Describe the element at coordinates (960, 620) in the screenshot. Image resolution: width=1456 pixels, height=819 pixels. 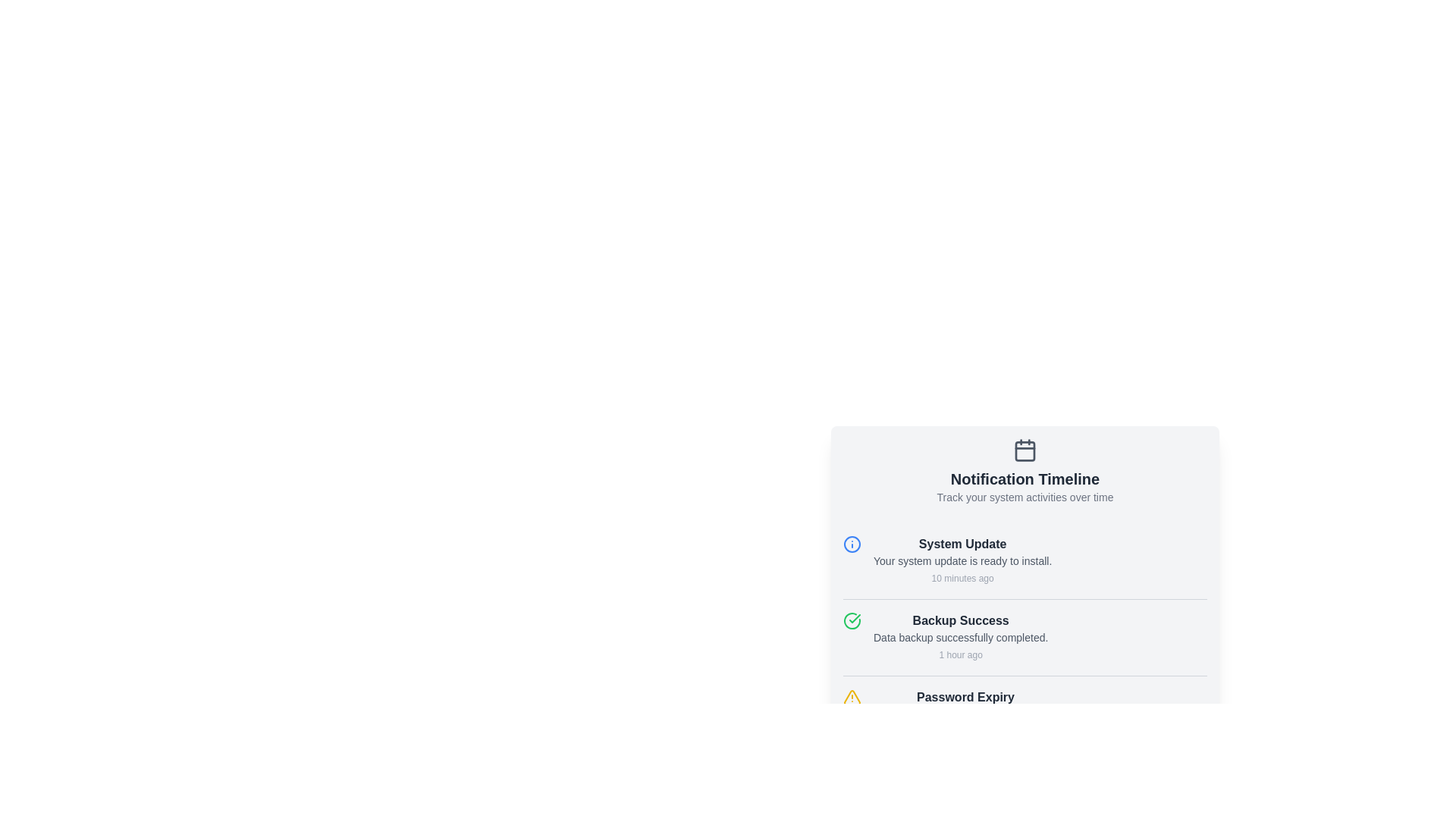
I see `the static text element that serves as the title or header for the second notification entry in the notification list` at that location.